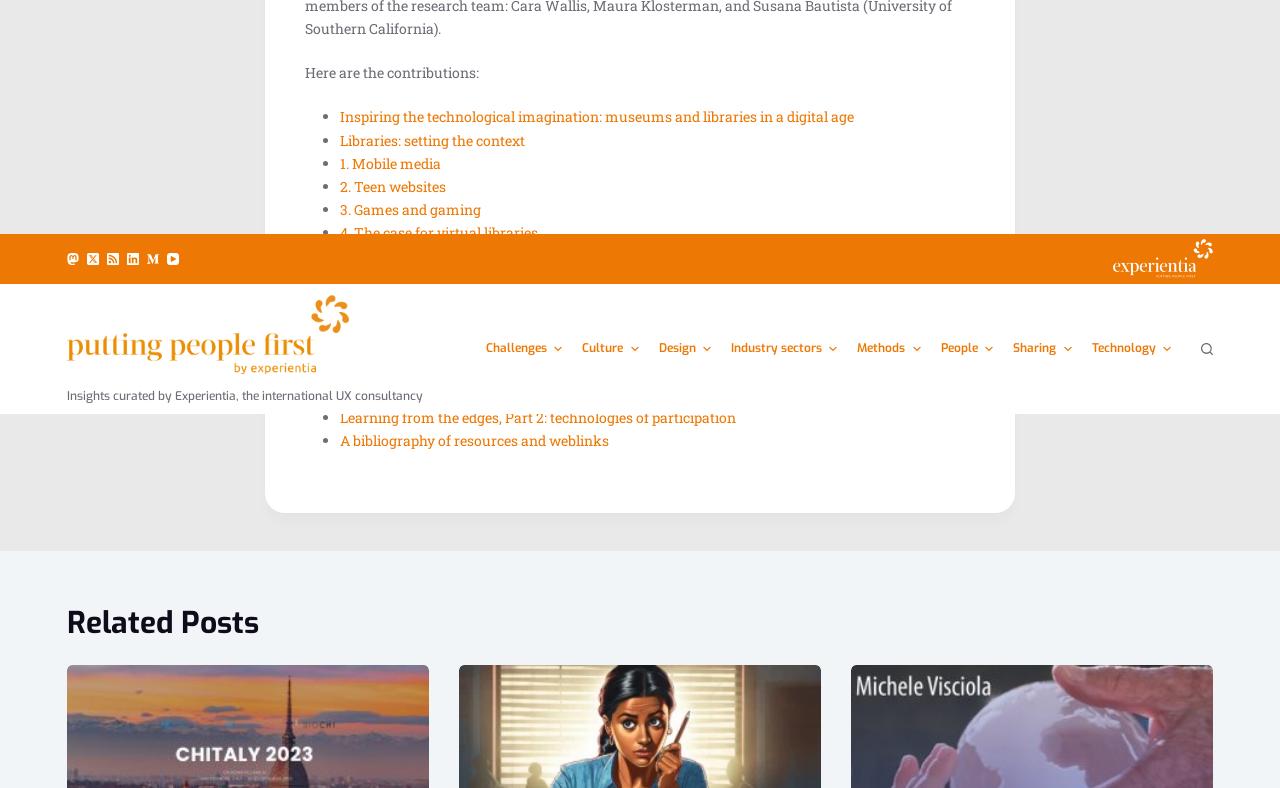 This screenshot has width=1280, height=788. I want to click on 'You must be', so click(306, 395).